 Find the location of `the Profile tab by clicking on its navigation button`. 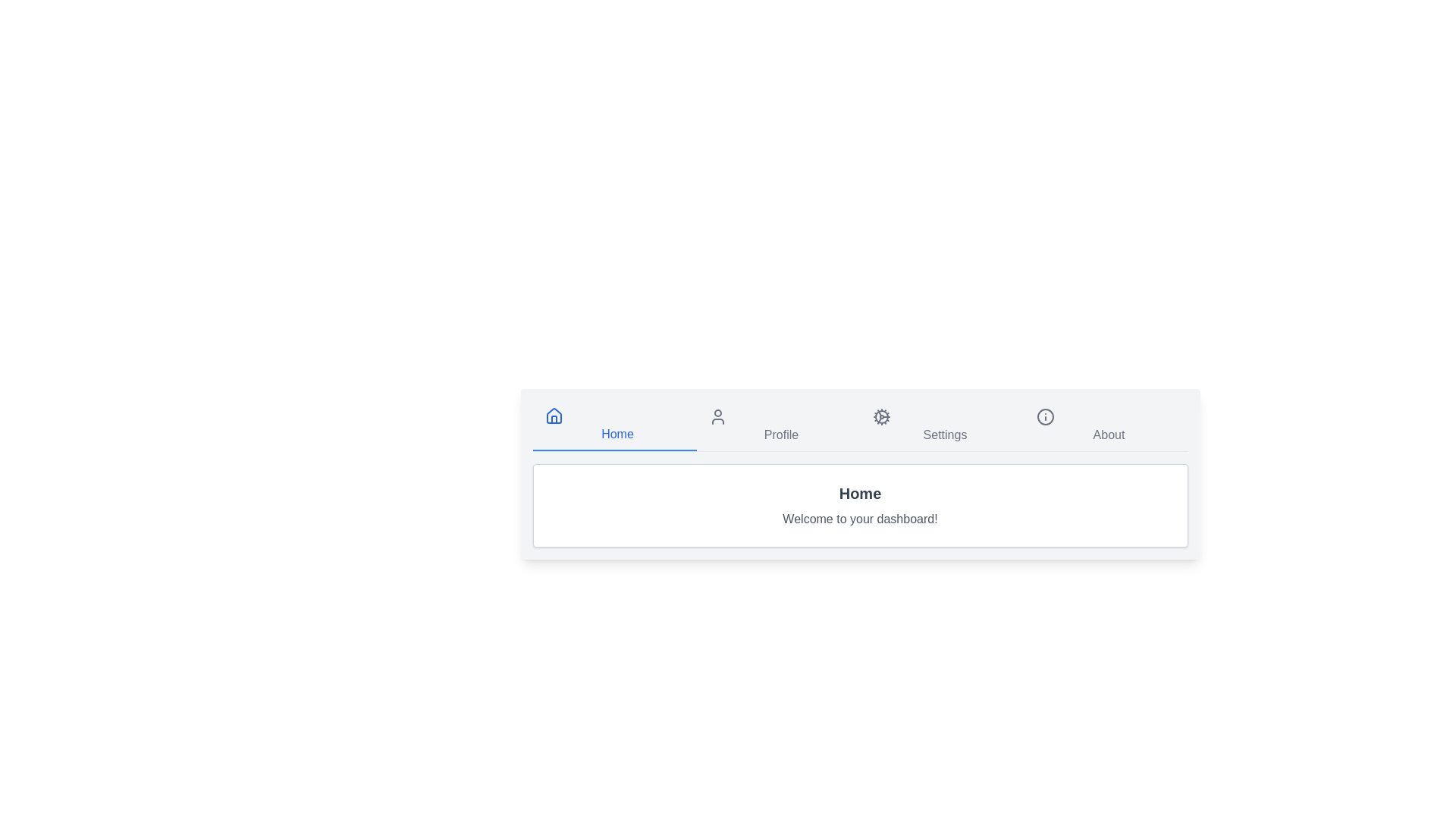

the Profile tab by clicking on its navigation button is located at coordinates (778, 426).